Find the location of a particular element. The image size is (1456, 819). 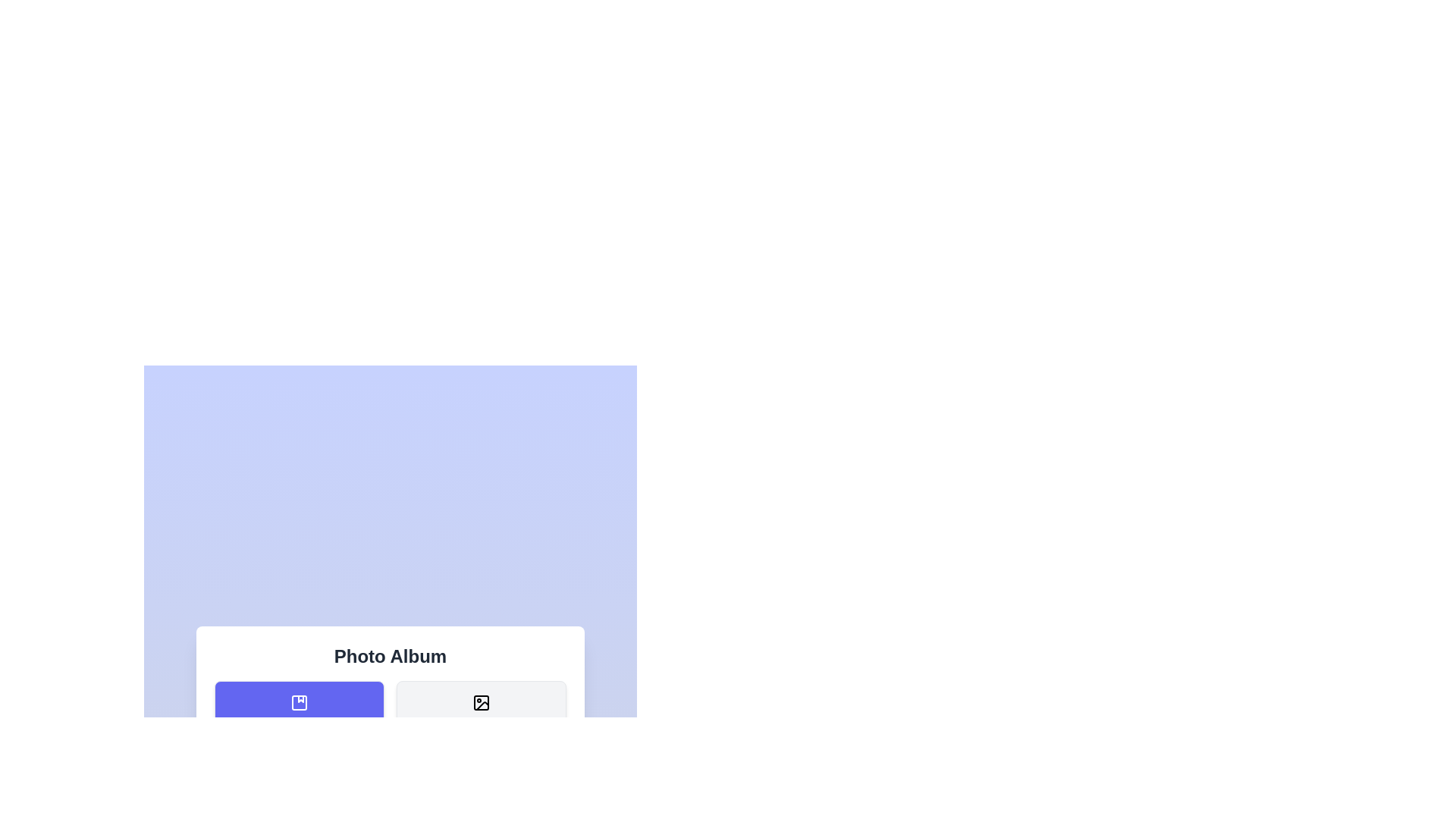

the menu button labeled Upload to view its hover effect is located at coordinates (299, 789).